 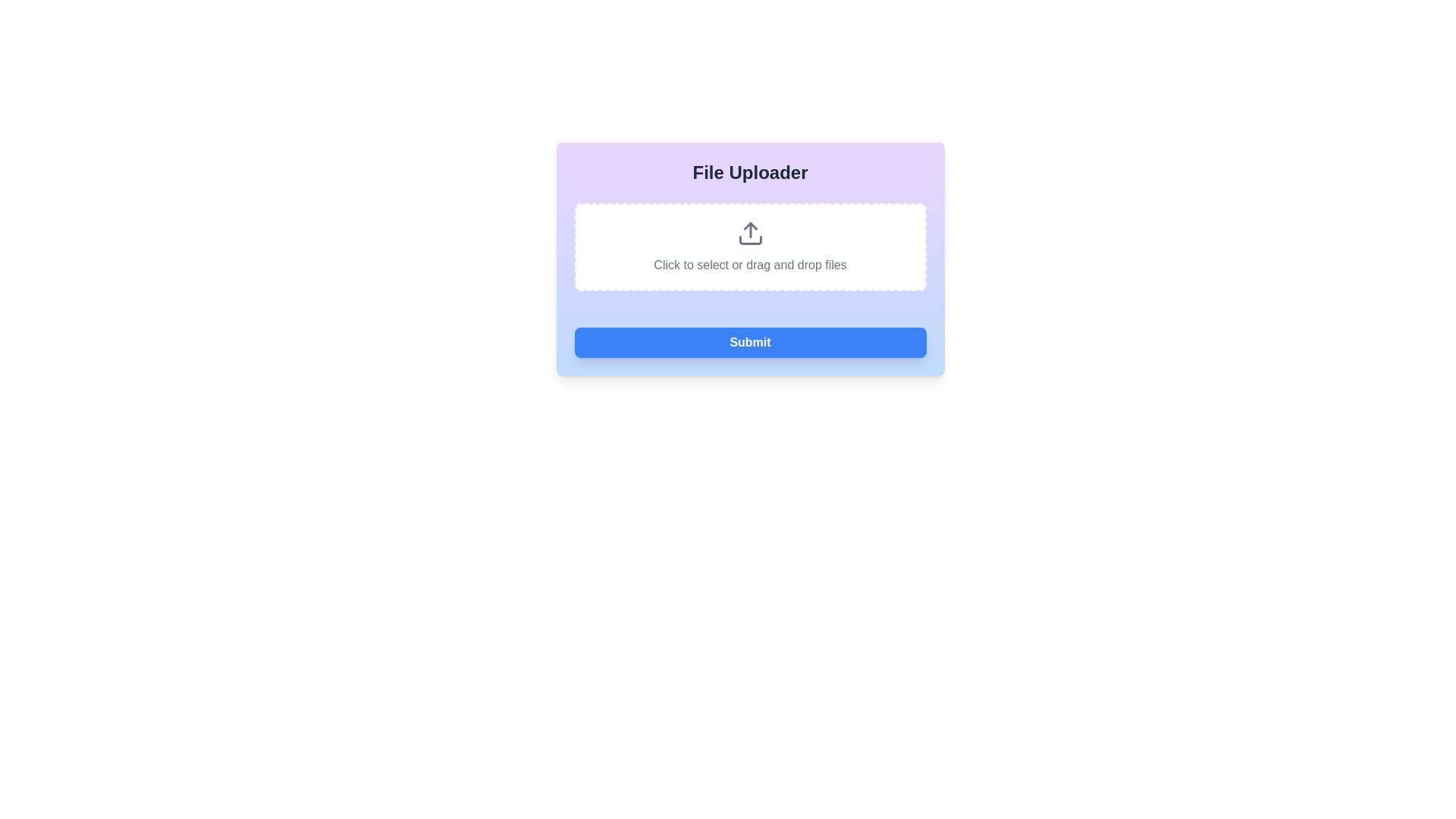 I want to click on the static text label that serves as the title of the file upload section, which is positioned above the clickable area for file selection and the Submit button, so click(x=750, y=171).